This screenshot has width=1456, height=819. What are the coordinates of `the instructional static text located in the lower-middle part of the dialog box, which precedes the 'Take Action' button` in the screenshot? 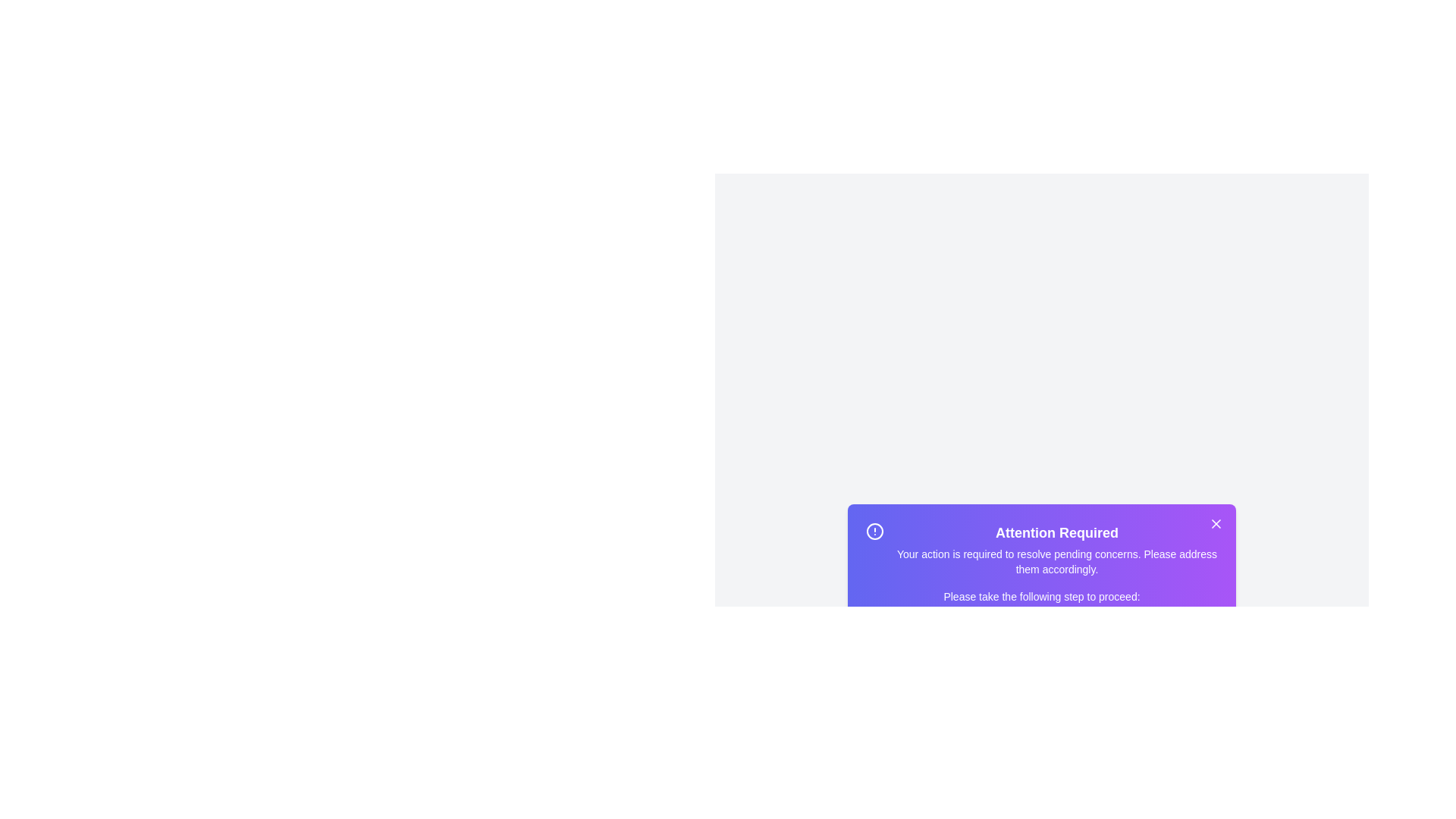 It's located at (1040, 595).